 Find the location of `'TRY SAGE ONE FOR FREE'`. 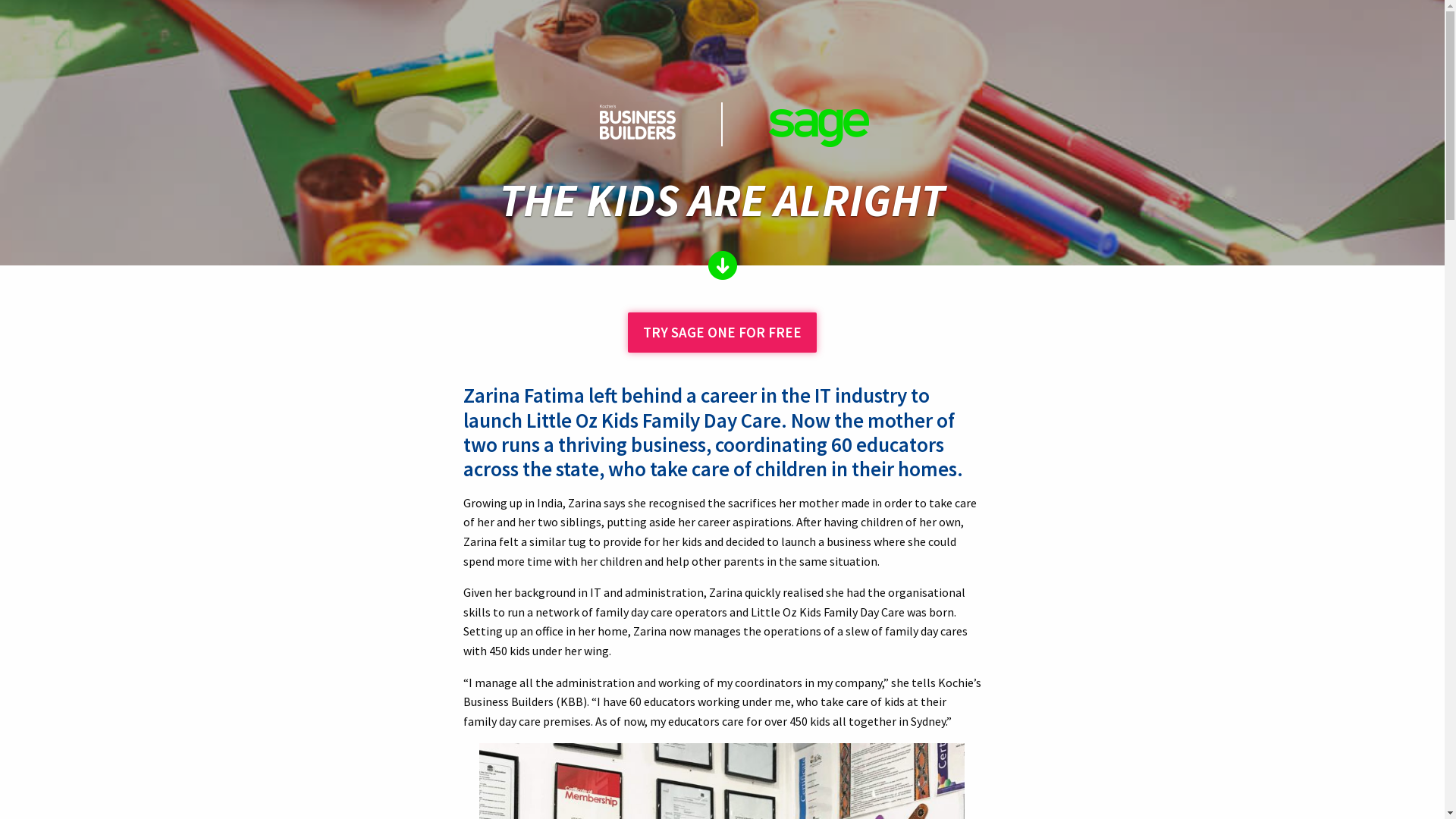

'TRY SAGE ONE FOR FREE' is located at coordinates (721, 331).